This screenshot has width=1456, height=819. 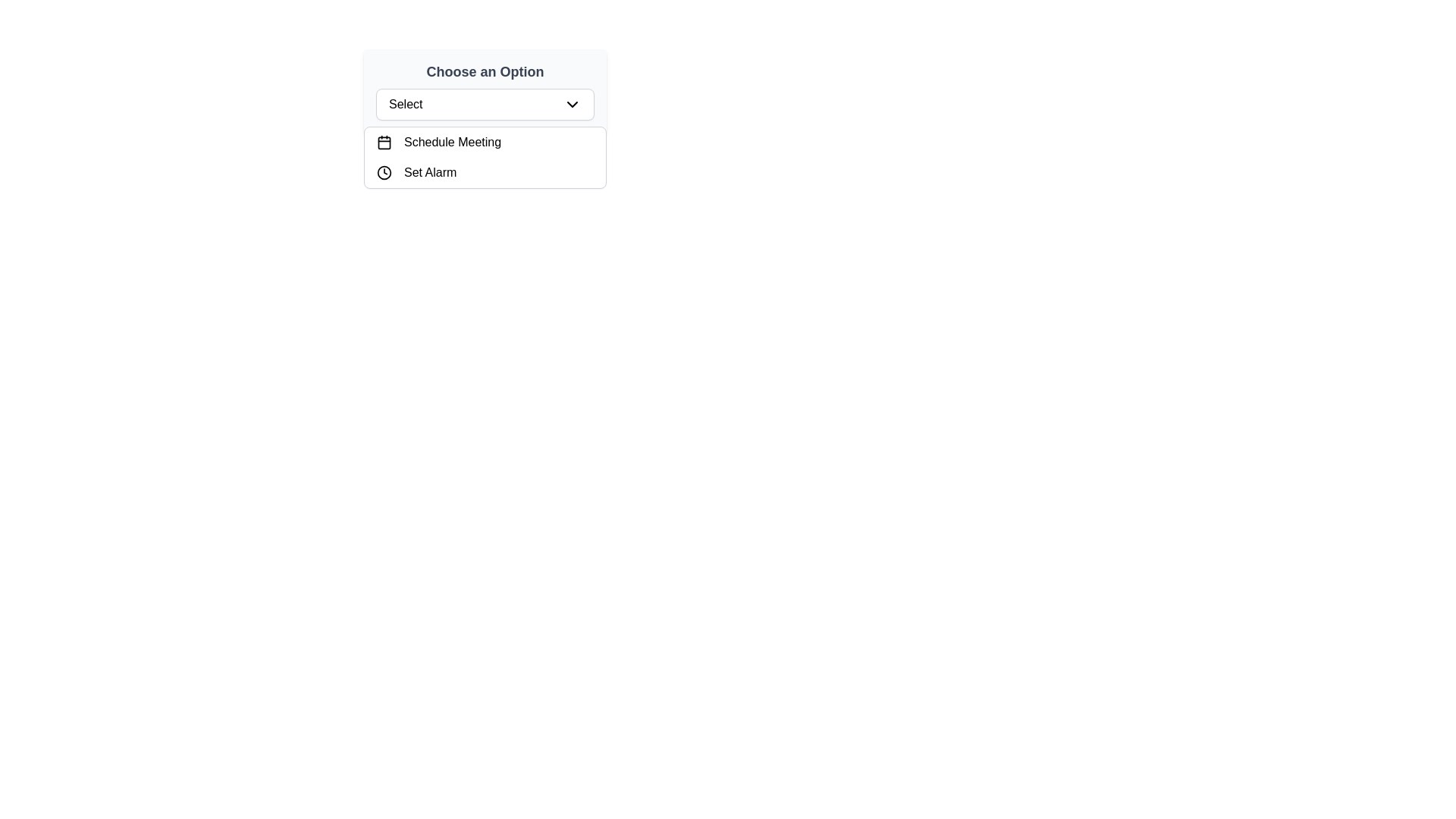 I want to click on the calendar icon located to the left of the 'Schedule Meeting' text within the first selectable item of the 'Choose an Option' list box, so click(x=384, y=143).